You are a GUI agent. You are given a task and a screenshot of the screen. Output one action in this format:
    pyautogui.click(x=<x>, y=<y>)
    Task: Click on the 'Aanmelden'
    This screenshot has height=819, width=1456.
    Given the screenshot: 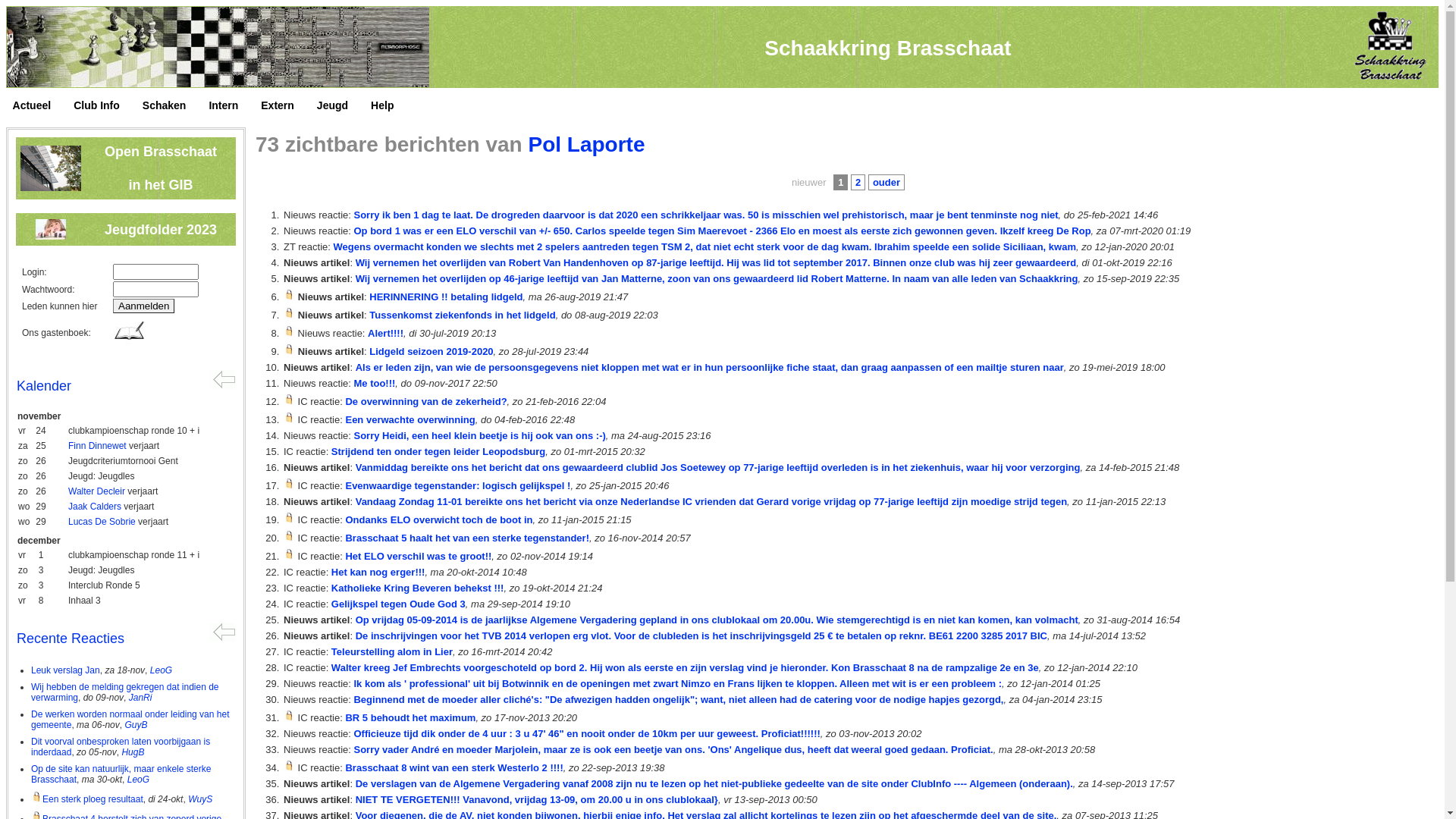 What is the action you would take?
    pyautogui.click(x=111, y=306)
    